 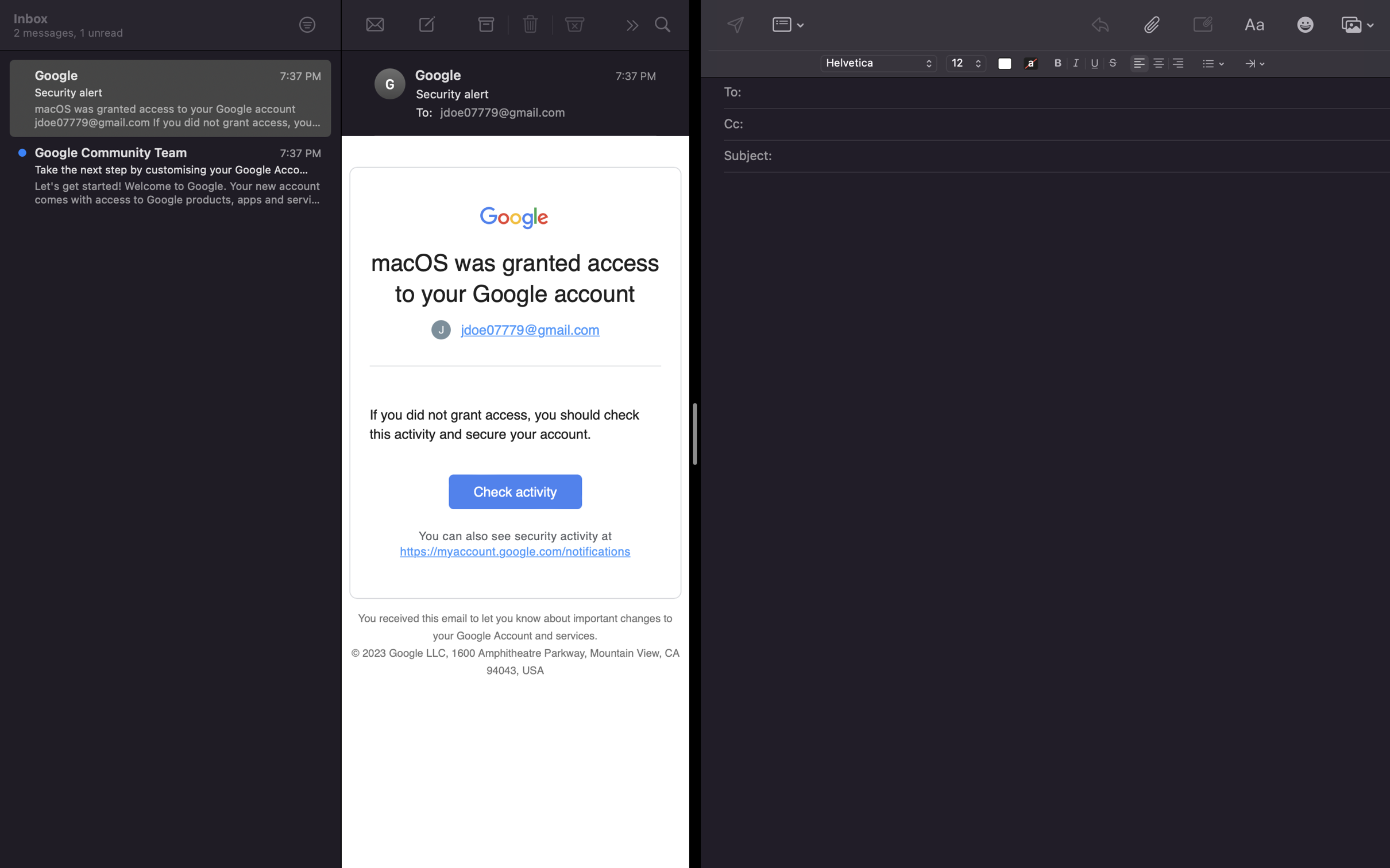 I want to click on Fill the subject bar with "Application for job" and confirm, so click(x=1071, y=157).